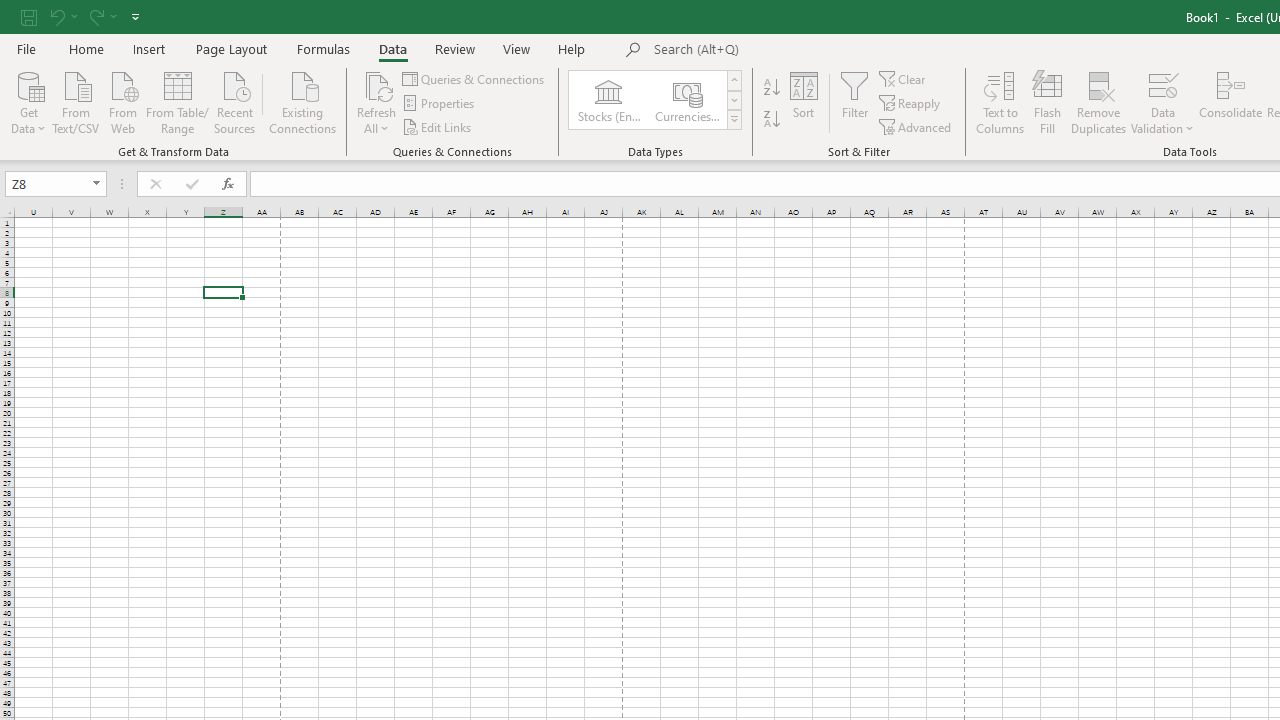 This screenshot has height=720, width=1280. What do you see at coordinates (791, 49) in the screenshot?
I see `'Microsoft search'` at bounding box center [791, 49].